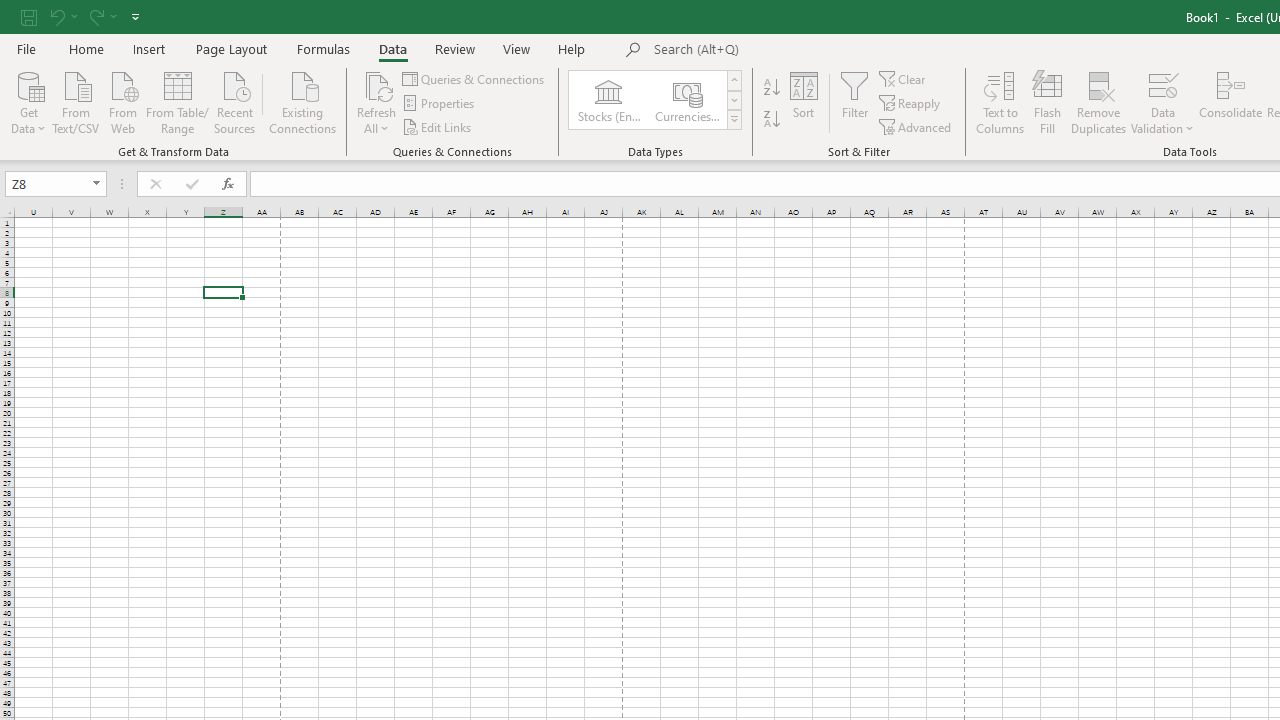 This screenshot has height=720, width=1280. What do you see at coordinates (791, 49) in the screenshot?
I see `'Microsoft search'` at bounding box center [791, 49].